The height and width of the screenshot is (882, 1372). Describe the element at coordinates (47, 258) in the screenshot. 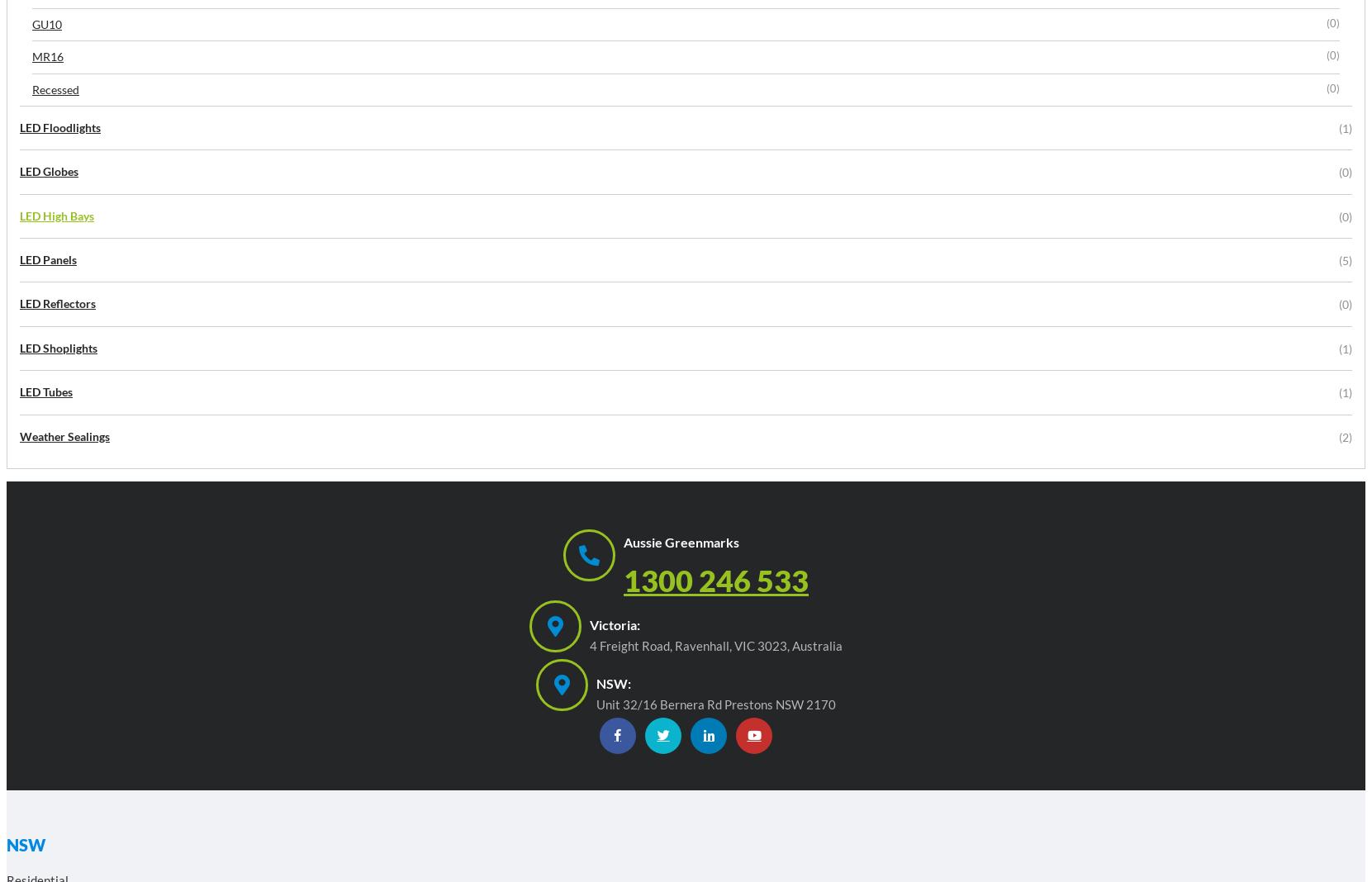

I see `'LED Panels'` at that location.